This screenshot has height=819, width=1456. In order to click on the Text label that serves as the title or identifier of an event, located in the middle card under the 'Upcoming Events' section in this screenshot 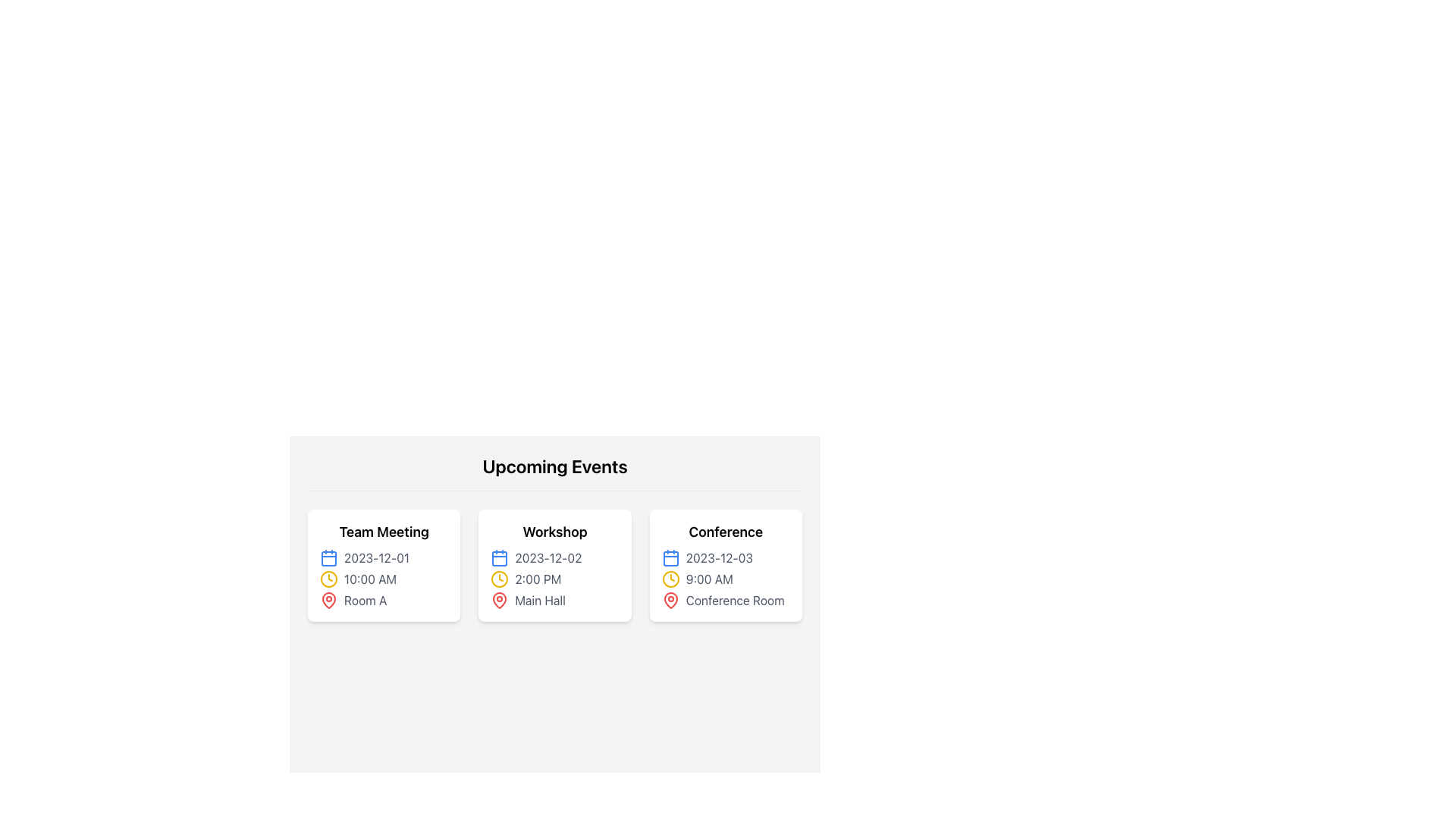, I will do `click(554, 532)`.